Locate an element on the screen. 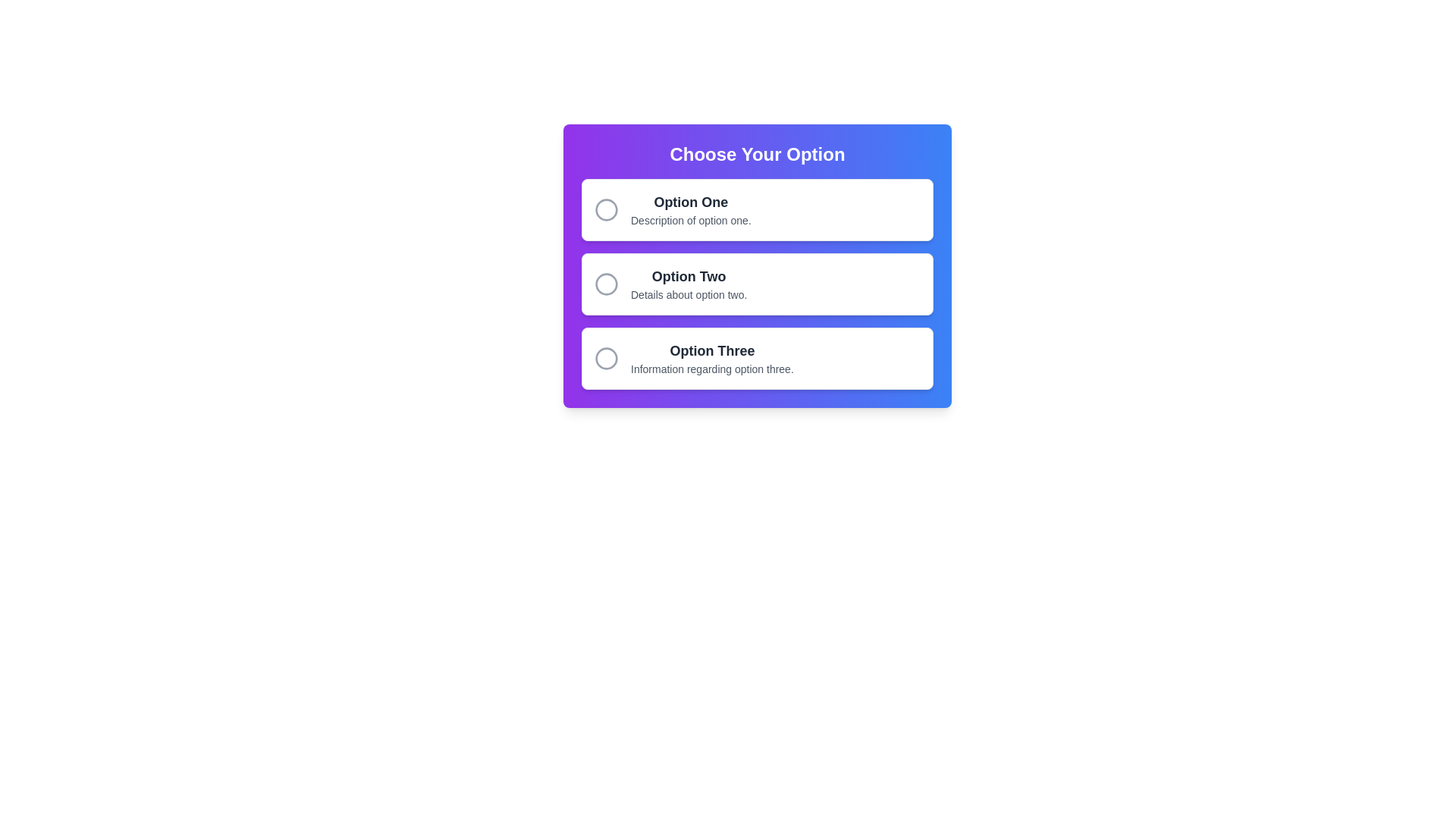 This screenshot has height=819, width=1456. text of the selectable option labeled 'Option One' located beneath the header 'Choose Your Option' in the first card of the vertically stacked group of cards is located at coordinates (690, 210).